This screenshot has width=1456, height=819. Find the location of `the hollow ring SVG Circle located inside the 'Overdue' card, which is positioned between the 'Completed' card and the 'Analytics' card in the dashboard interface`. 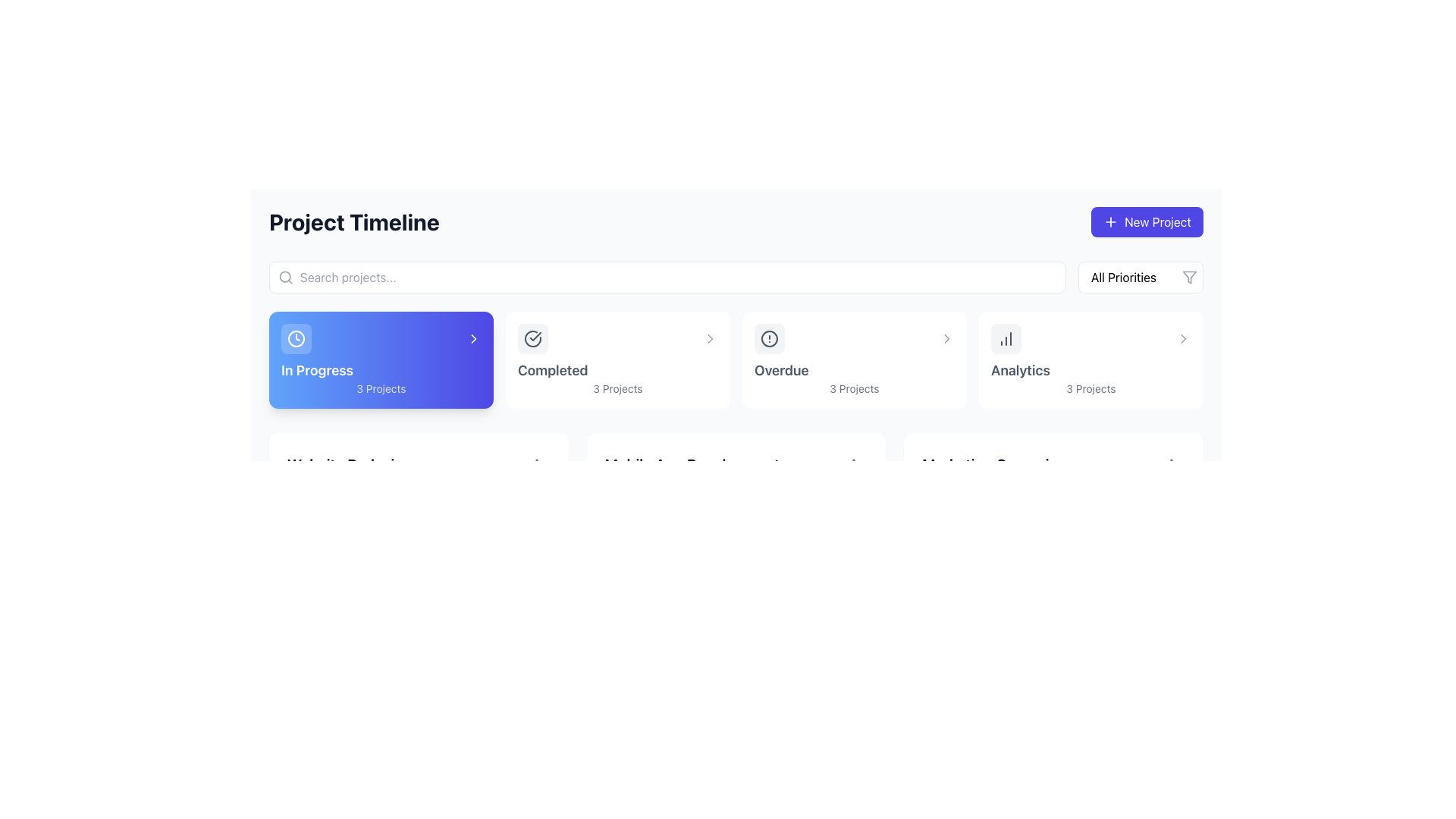

the hollow ring SVG Circle located inside the 'Overdue' card, which is positioned between the 'Completed' card and the 'Analytics' card in the dashboard interface is located at coordinates (769, 338).